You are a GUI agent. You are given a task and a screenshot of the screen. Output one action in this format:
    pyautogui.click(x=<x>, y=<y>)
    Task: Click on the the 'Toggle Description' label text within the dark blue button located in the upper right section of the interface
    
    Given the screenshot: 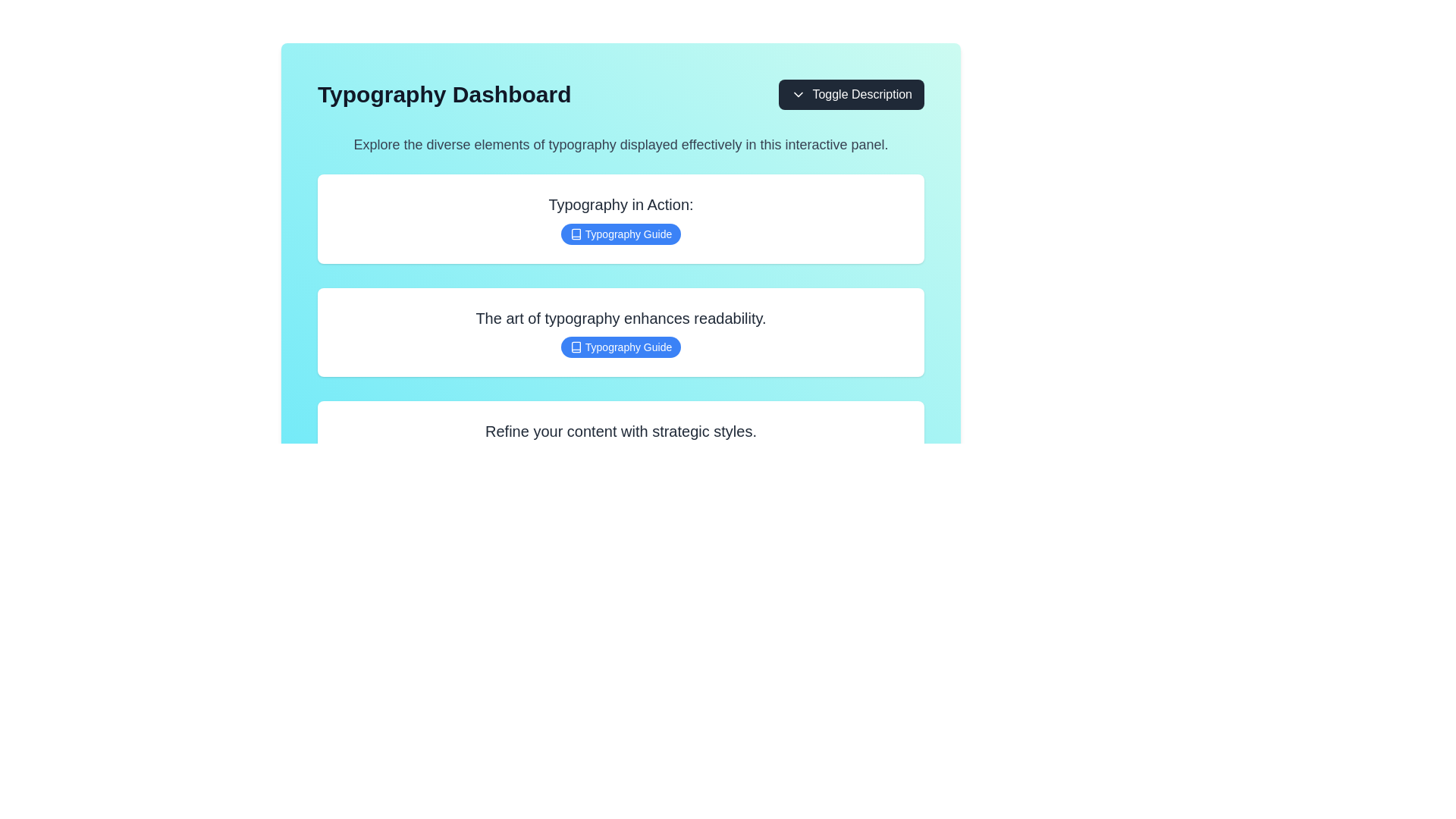 What is the action you would take?
    pyautogui.click(x=862, y=94)
    